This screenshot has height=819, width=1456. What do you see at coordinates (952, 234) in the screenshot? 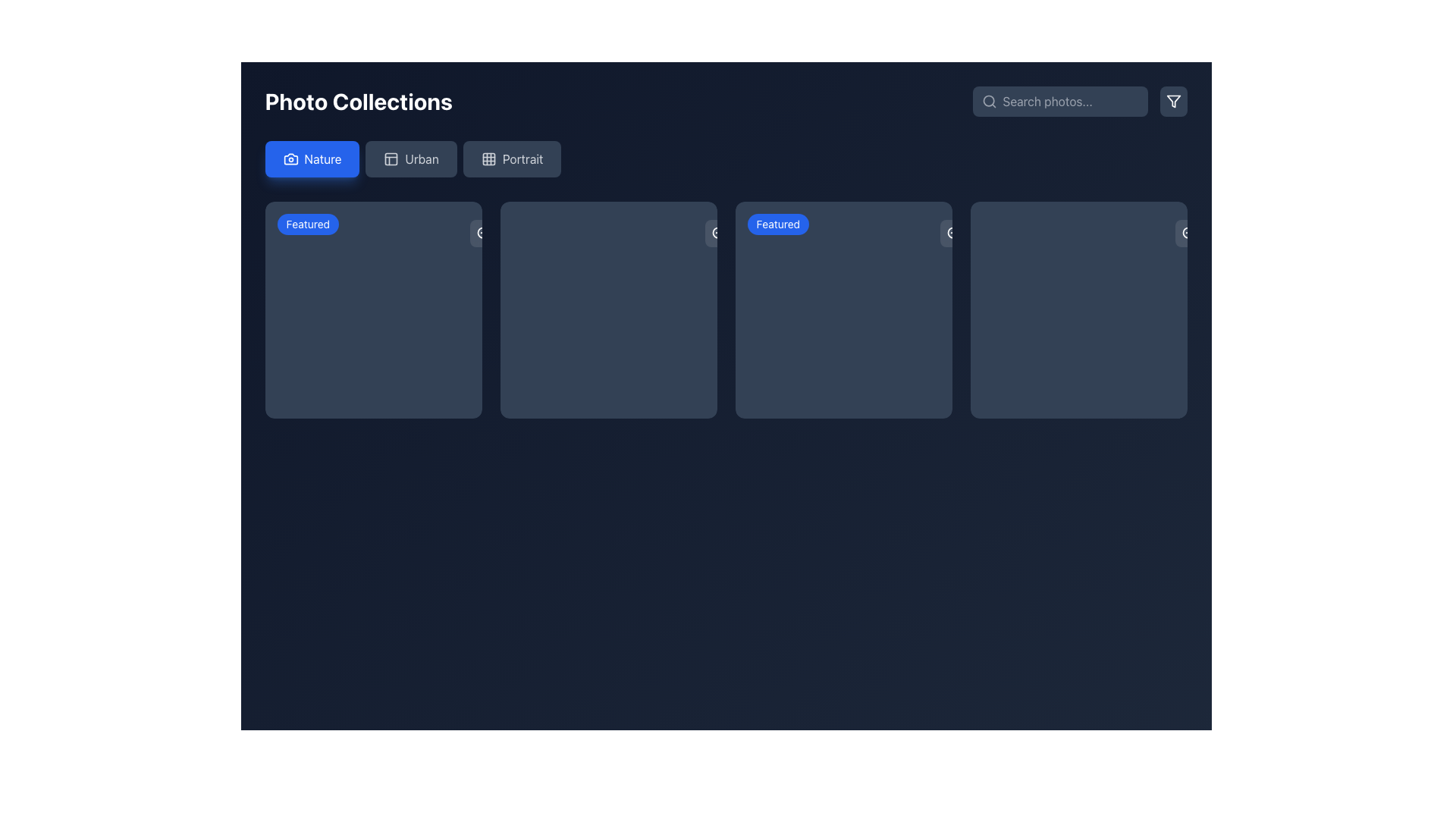
I see `the first zoom button located on the right edge of the third image card in a 2x2 grid layout to zoom in on the image` at bounding box center [952, 234].